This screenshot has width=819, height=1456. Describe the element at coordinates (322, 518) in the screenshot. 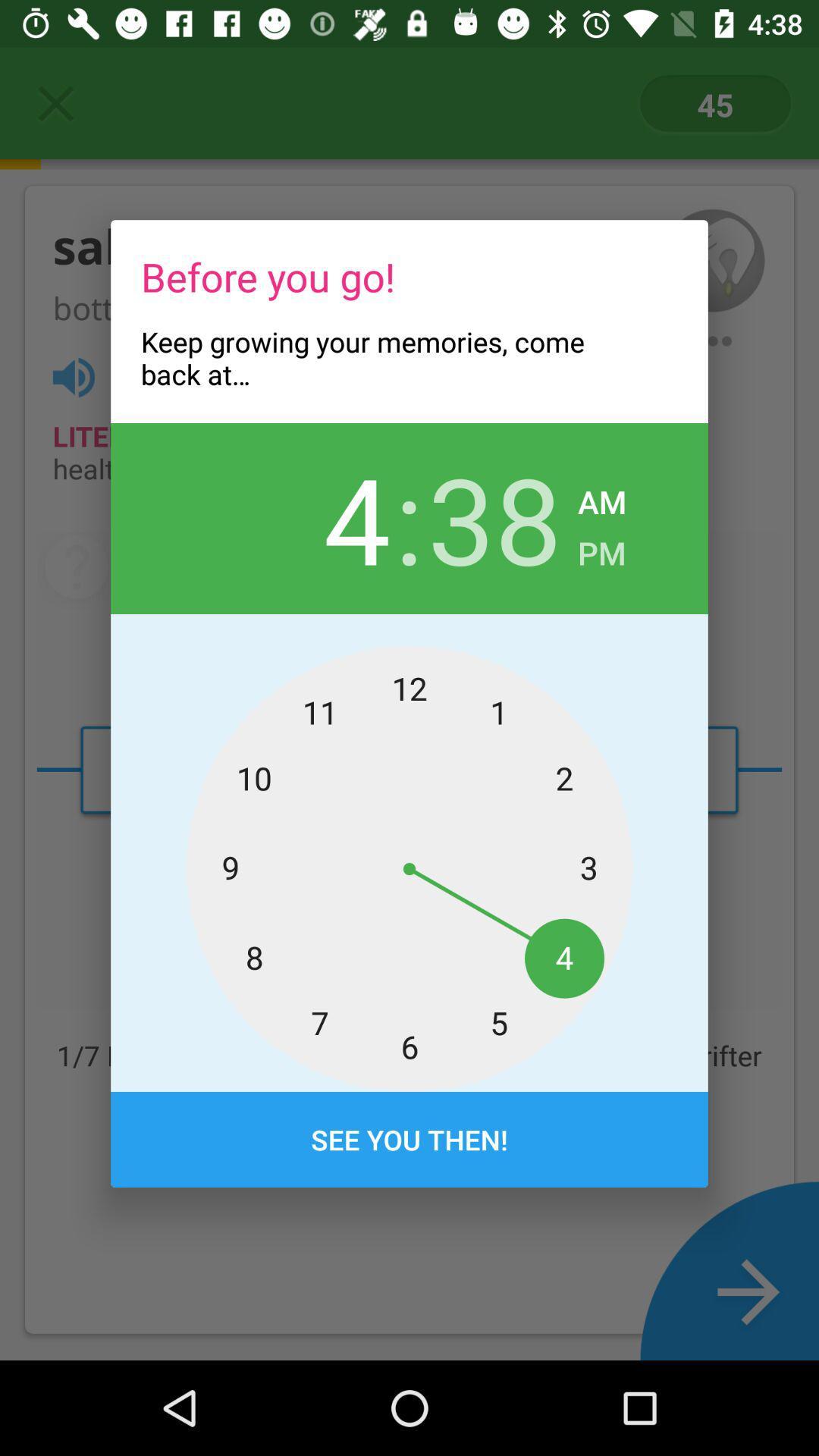

I see `icon below the keep growing your item` at that location.